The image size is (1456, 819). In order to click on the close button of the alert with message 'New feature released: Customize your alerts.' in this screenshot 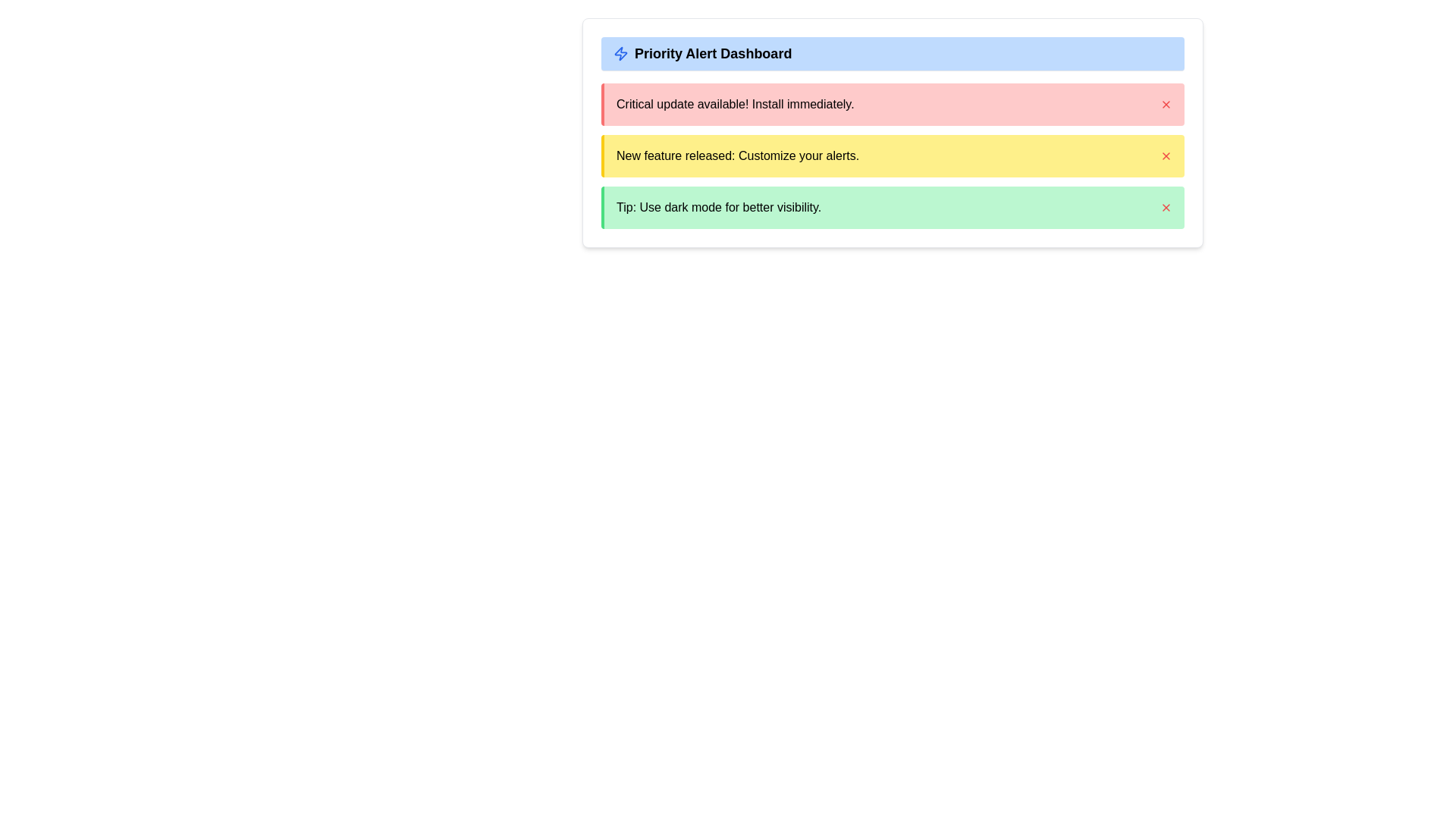, I will do `click(1165, 155)`.